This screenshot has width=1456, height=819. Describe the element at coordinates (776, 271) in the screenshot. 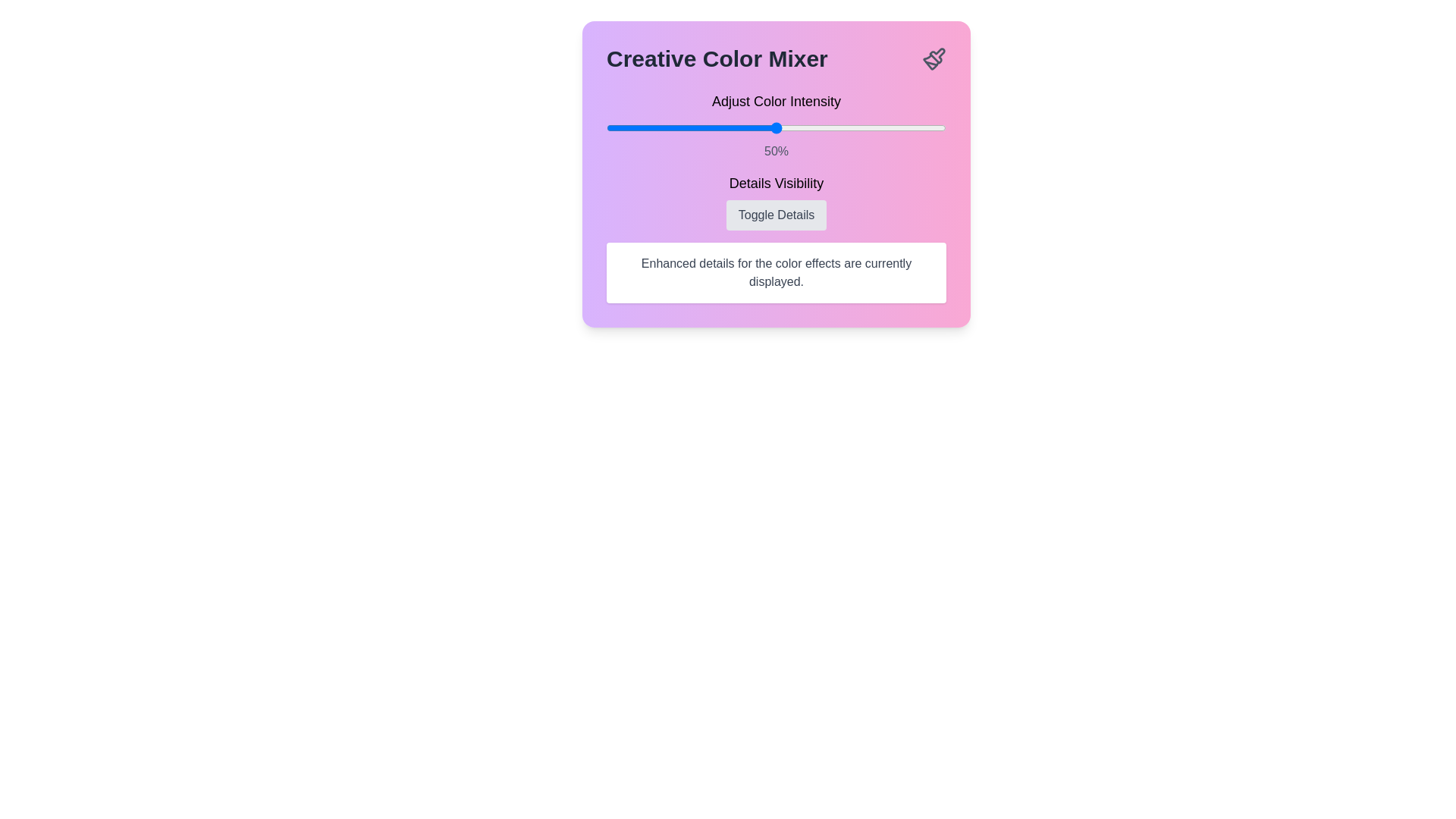

I see `the descriptive text block in the 'Details Visibility' section of the 'Creative Color Mixer' UI, located below the 'Toggle Details' button` at that location.